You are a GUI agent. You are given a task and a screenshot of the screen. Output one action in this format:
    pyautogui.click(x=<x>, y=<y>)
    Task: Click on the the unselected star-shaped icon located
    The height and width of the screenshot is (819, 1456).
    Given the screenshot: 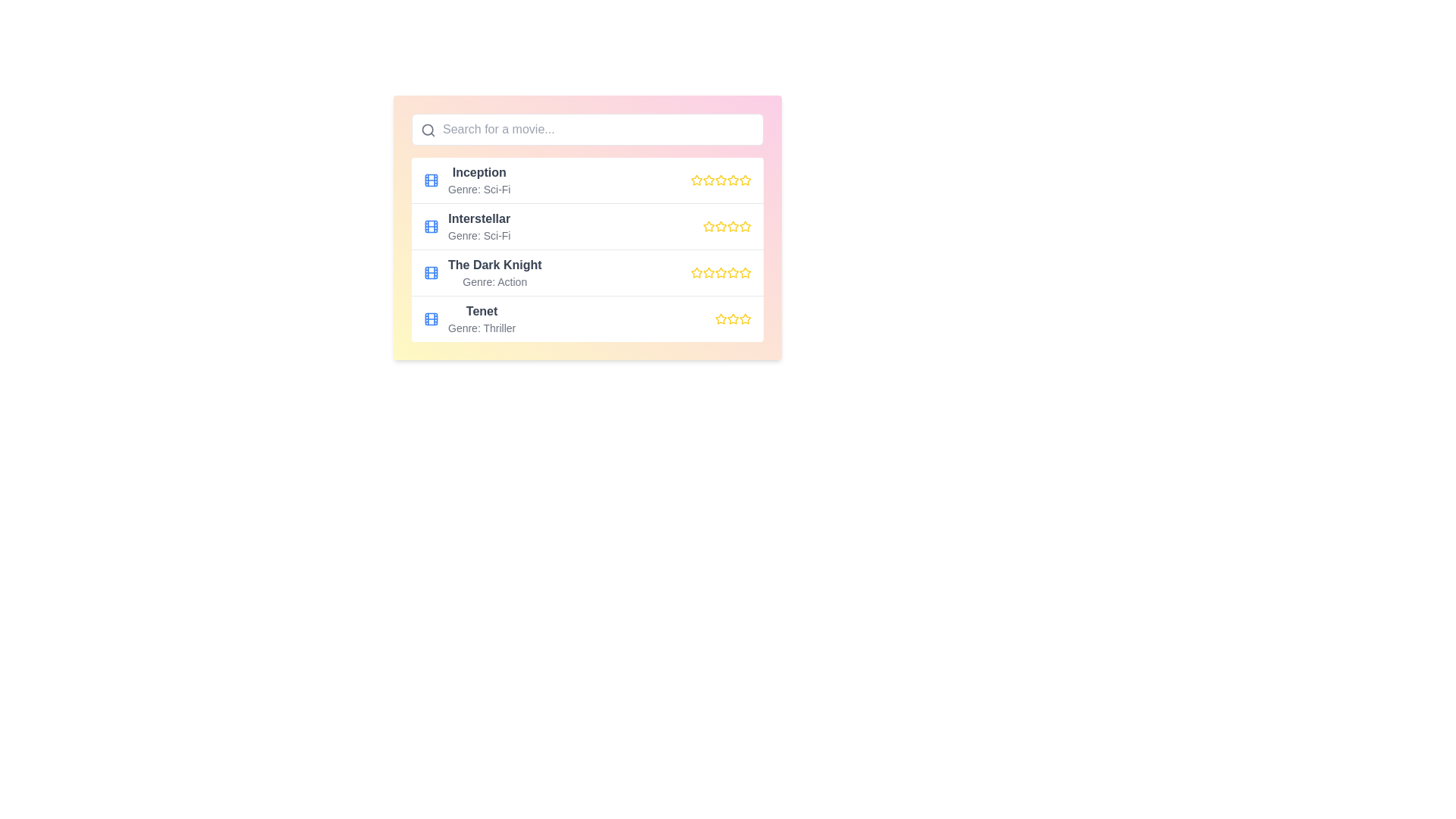 What is the action you would take?
    pyautogui.click(x=720, y=318)
    